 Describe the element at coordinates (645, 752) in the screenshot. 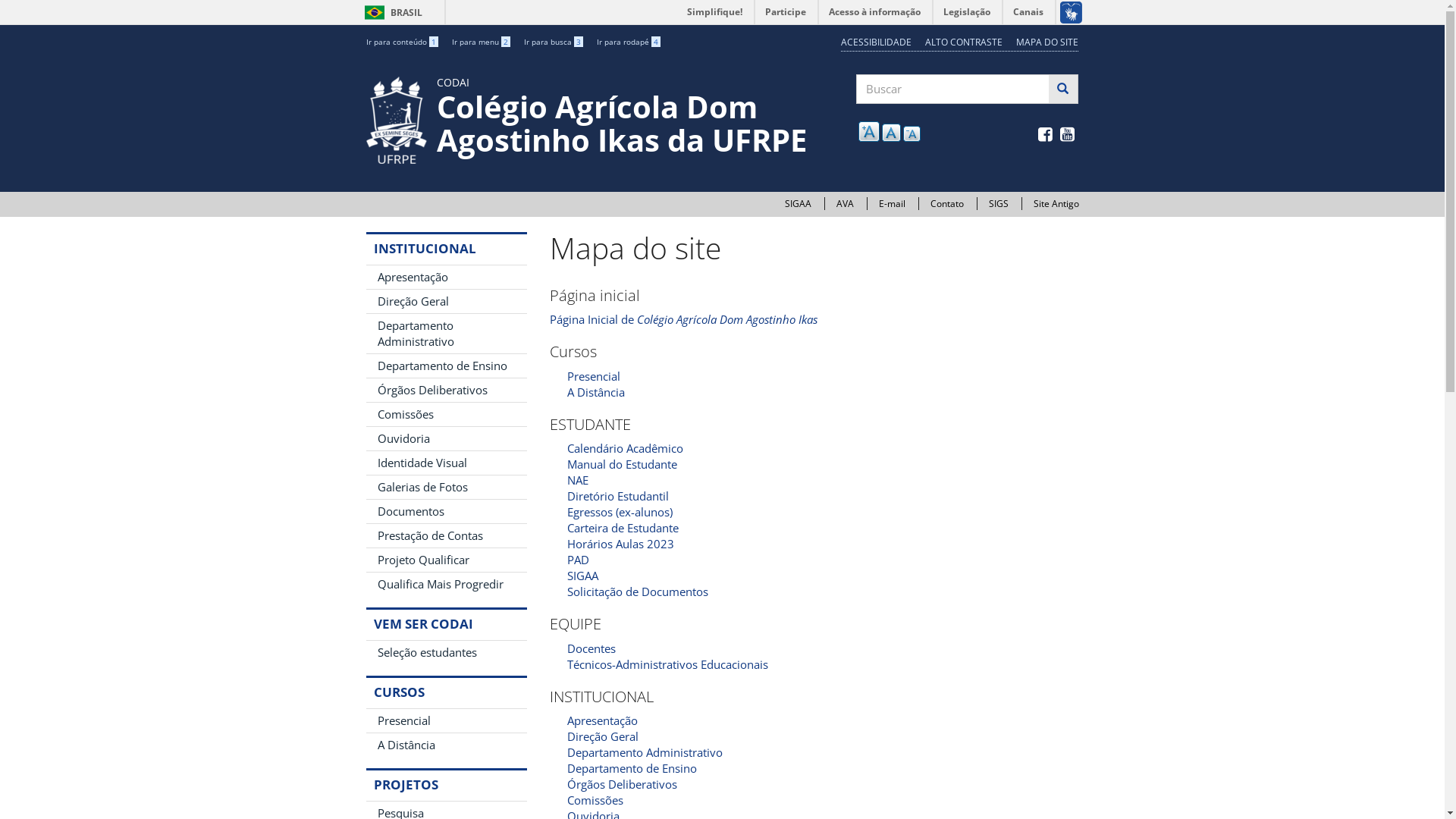

I see `'Departamento Administrativo'` at that location.